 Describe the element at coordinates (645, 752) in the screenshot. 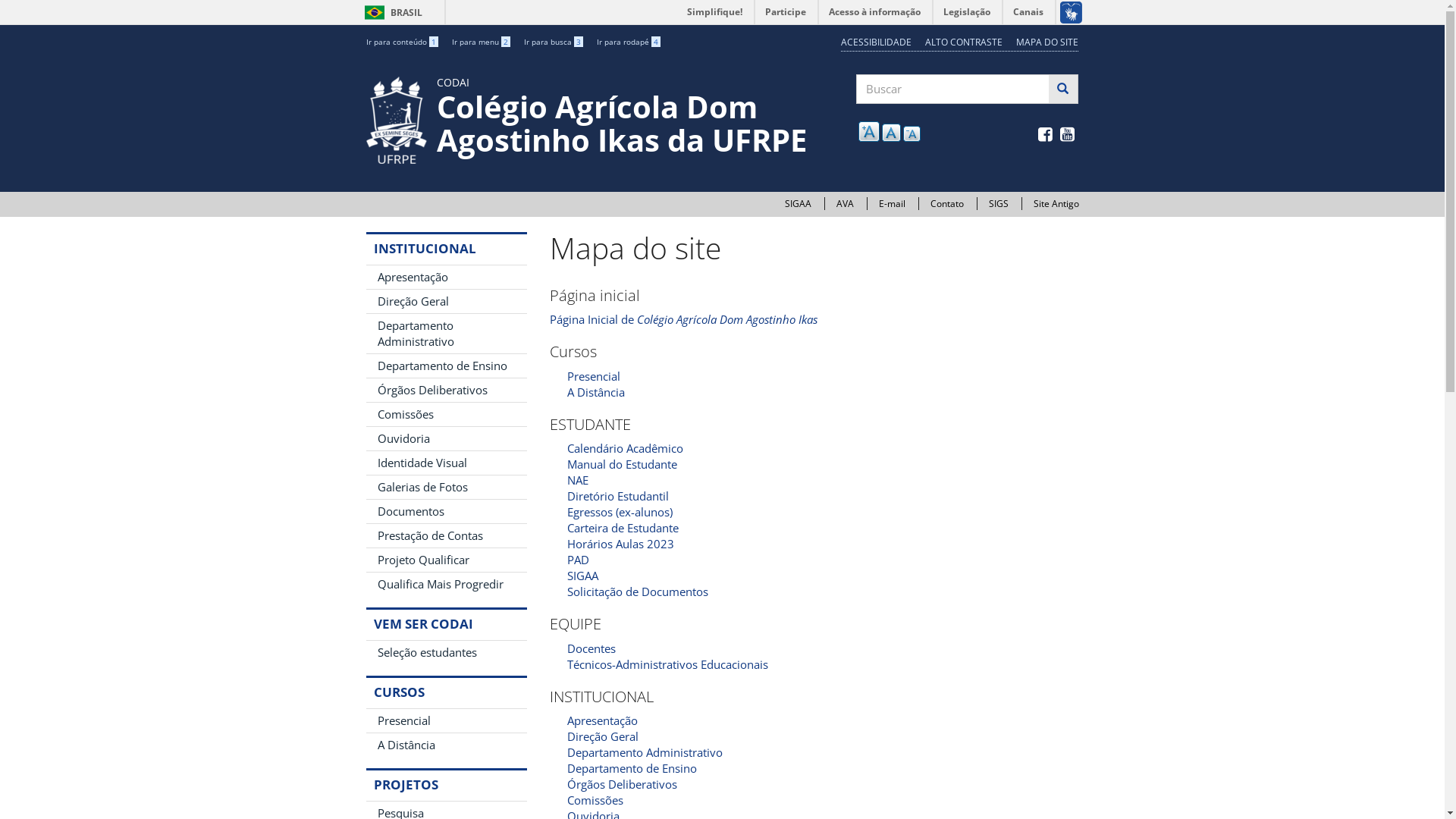

I see `'Departamento Administrativo'` at that location.